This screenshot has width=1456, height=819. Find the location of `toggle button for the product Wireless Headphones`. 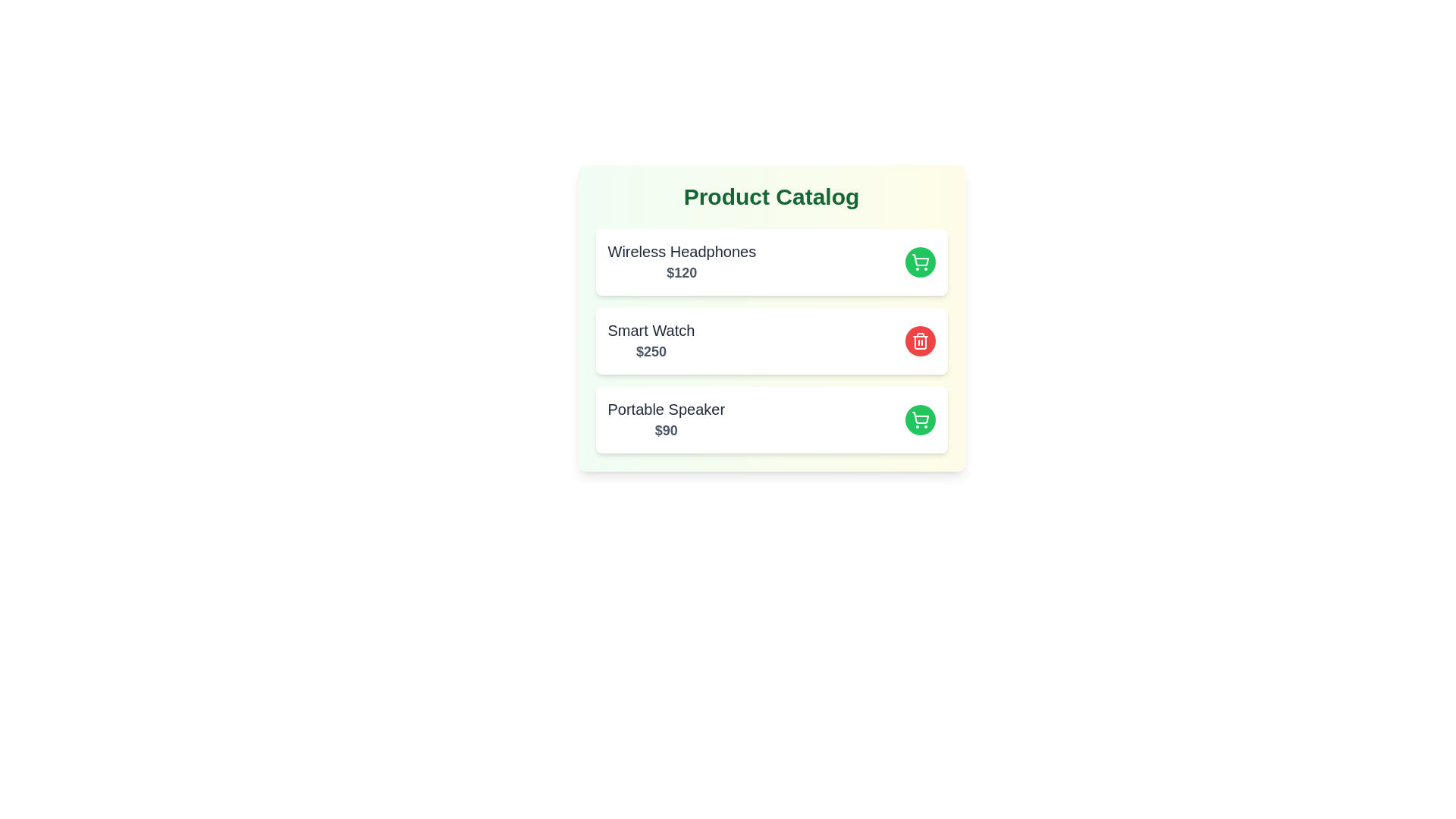

toggle button for the product Wireless Headphones is located at coordinates (919, 262).